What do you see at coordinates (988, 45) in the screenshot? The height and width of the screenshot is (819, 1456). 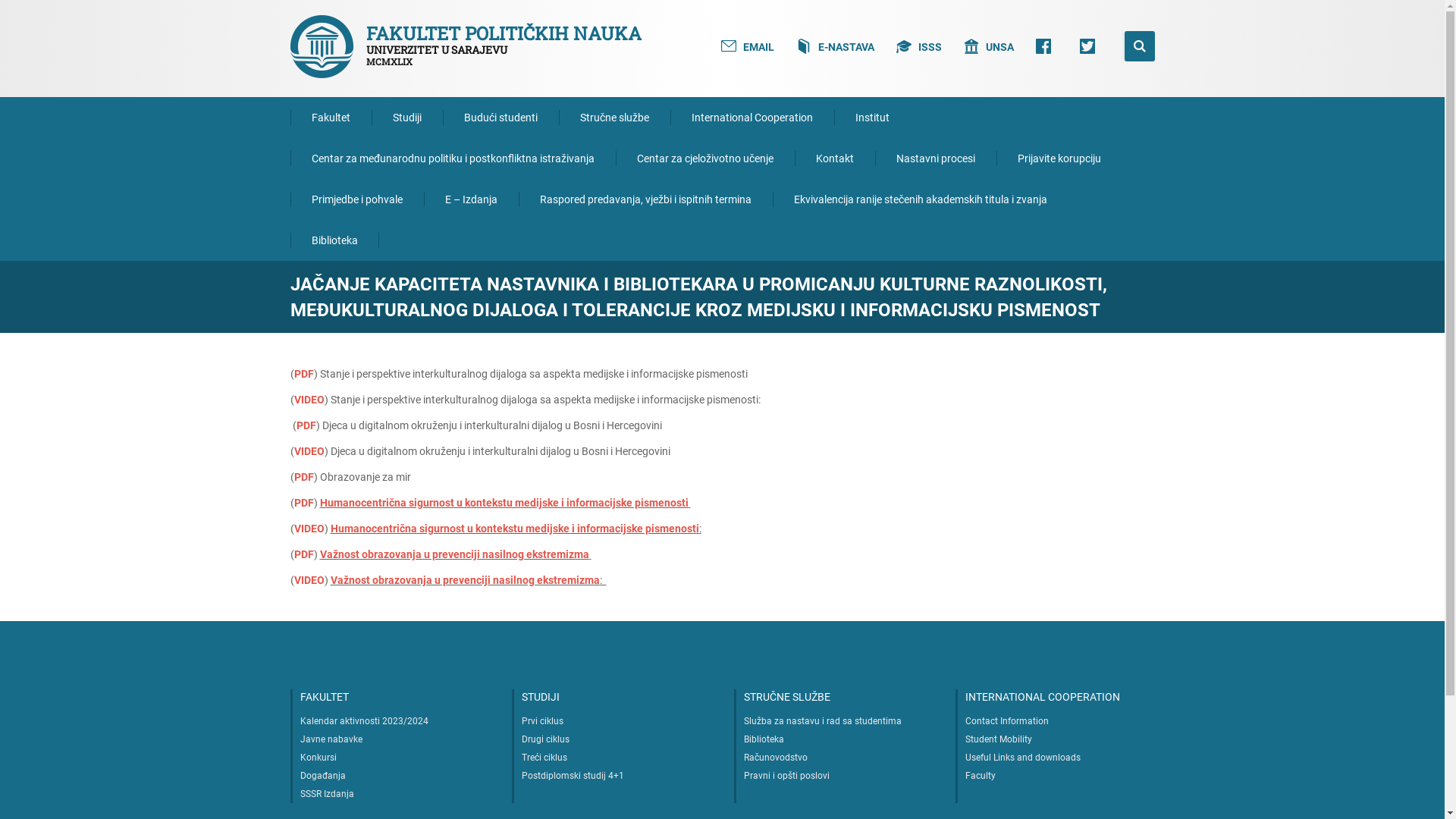 I see `'UNSA'` at bounding box center [988, 45].